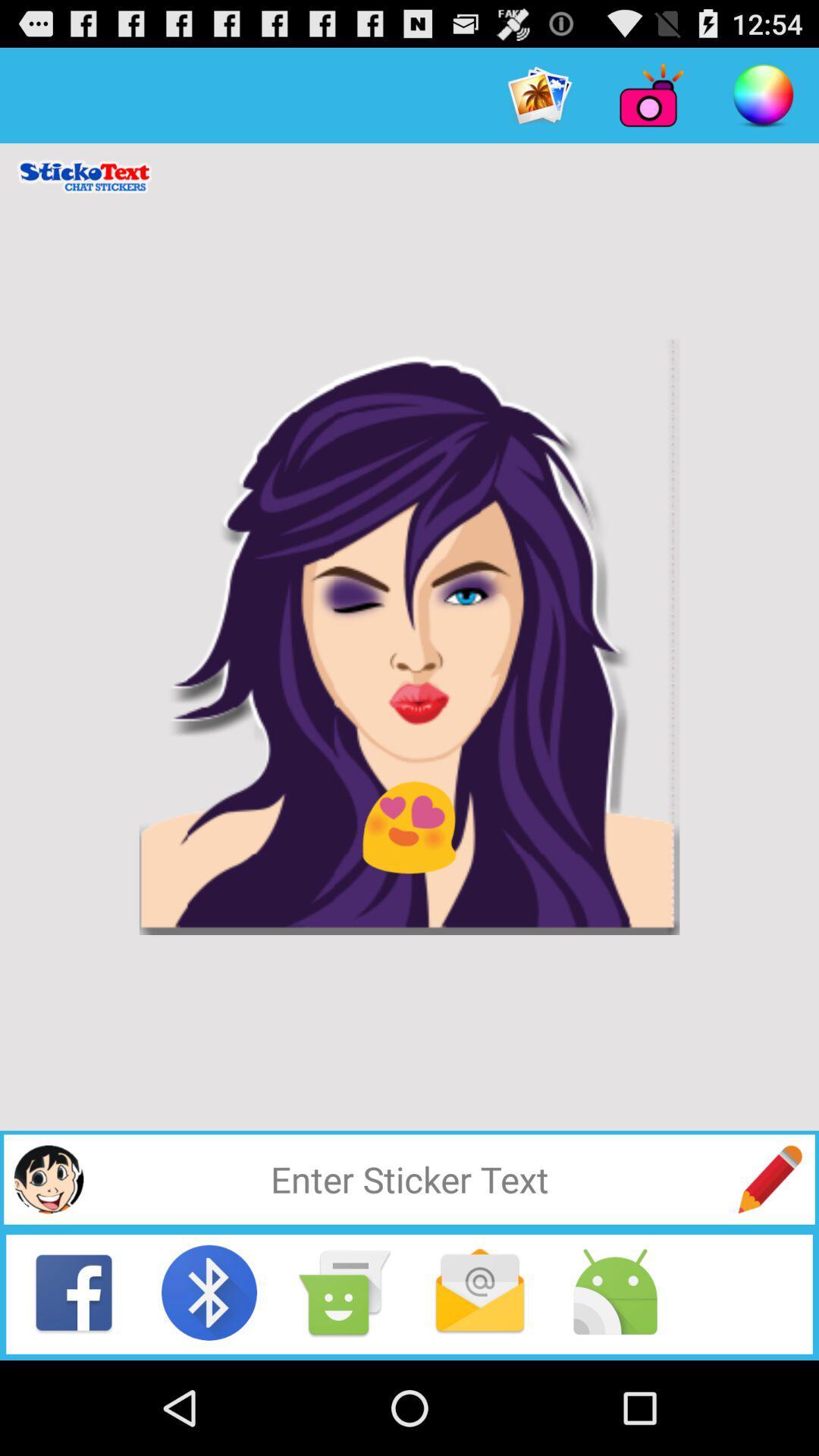 The image size is (819, 1456). I want to click on facebook, so click(74, 1291).